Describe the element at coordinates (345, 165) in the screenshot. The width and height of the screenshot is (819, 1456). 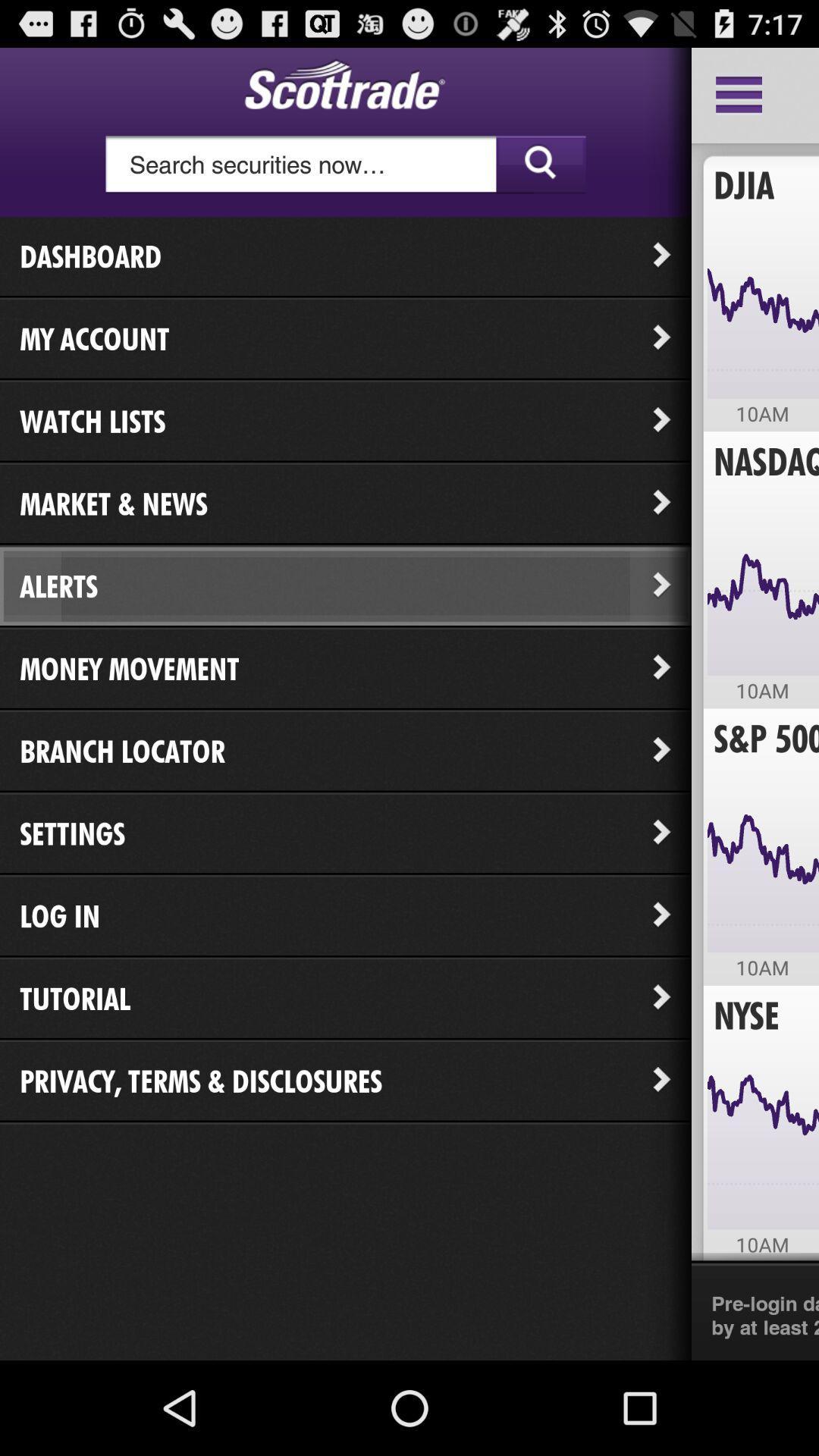
I see `search for securities text field` at that location.